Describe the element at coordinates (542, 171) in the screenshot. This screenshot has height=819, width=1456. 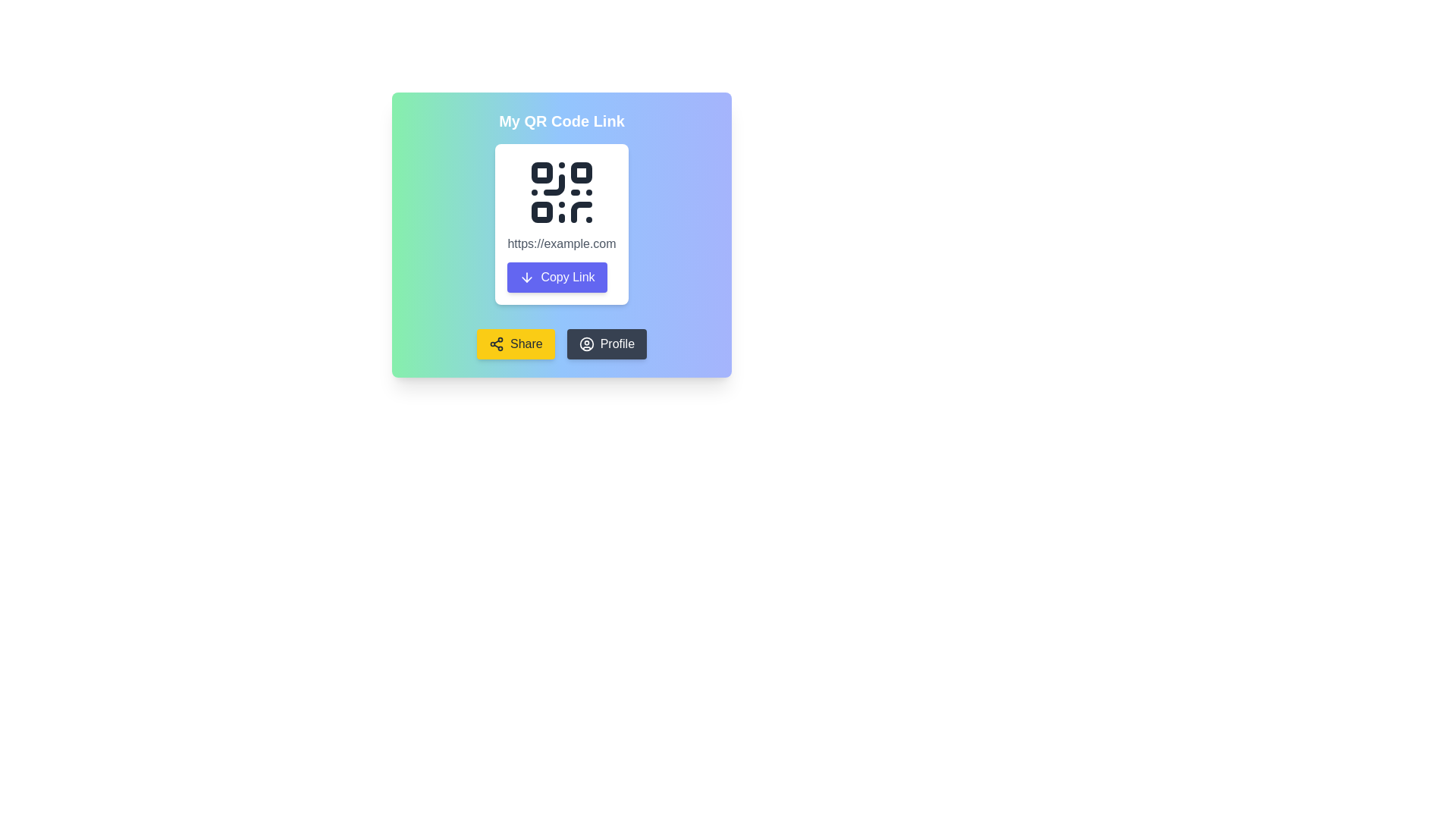
I see `the decorative square in the QR code located at the top-left corner of the QR code, positioned above the 'example.com' text` at that location.